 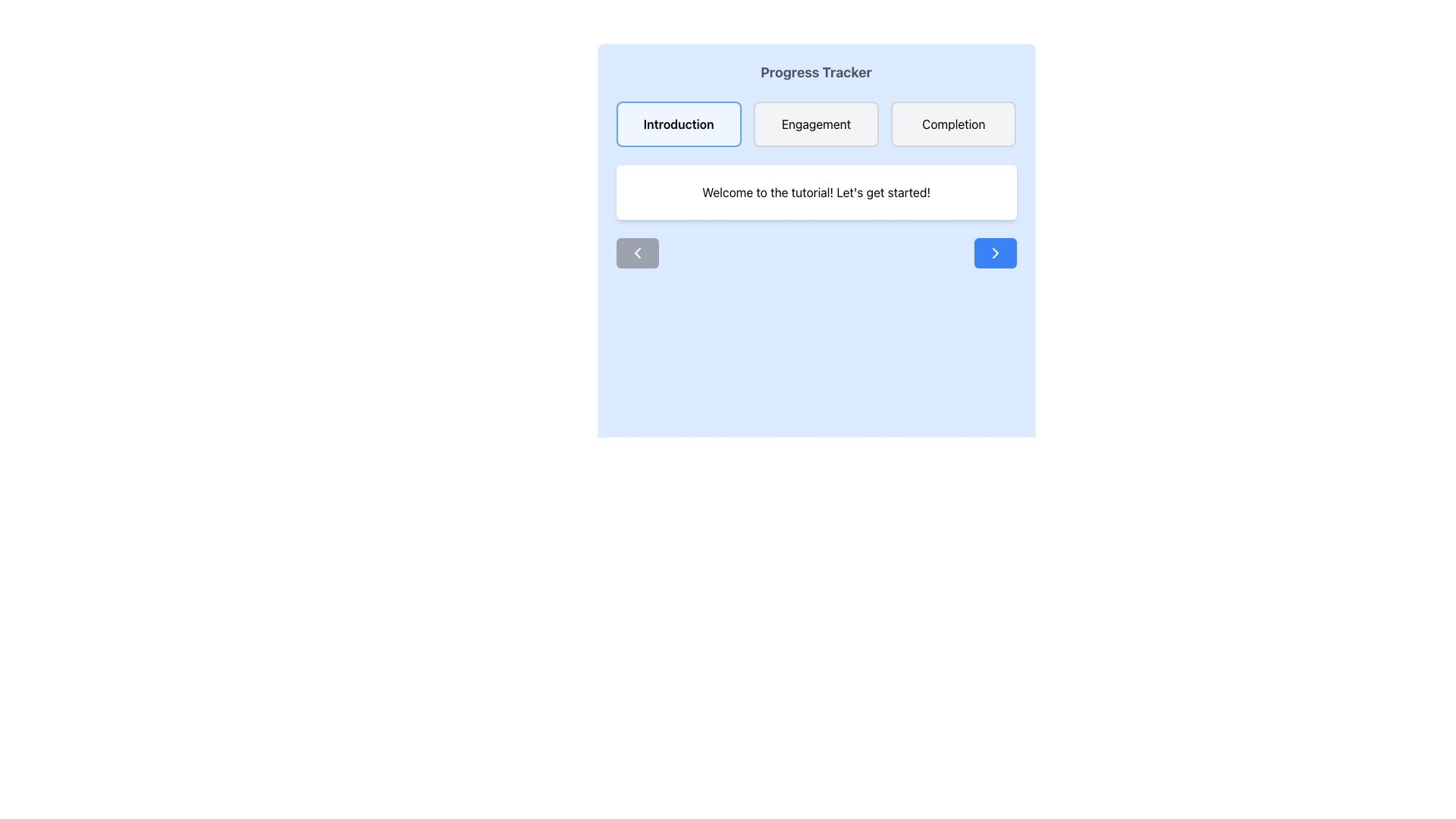 I want to click on the left-facing chevron button located on the left side of the interface below the introductory message, so click(x=637, y=253).